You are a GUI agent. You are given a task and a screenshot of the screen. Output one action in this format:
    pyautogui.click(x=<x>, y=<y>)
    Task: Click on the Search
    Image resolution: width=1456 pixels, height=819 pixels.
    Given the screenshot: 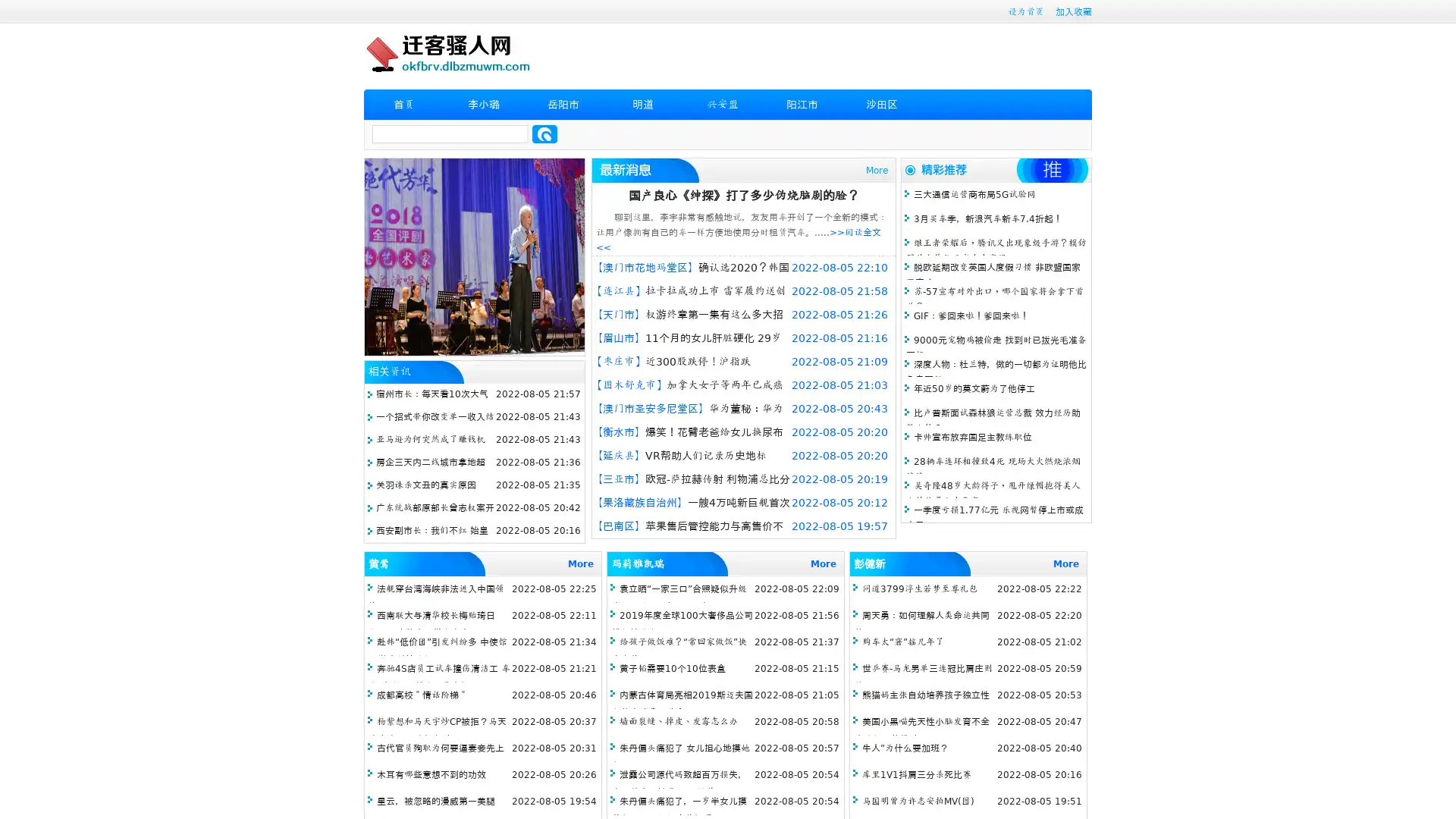 What is the action you would take?
    pyautogui.click(x=544, y=133)
    